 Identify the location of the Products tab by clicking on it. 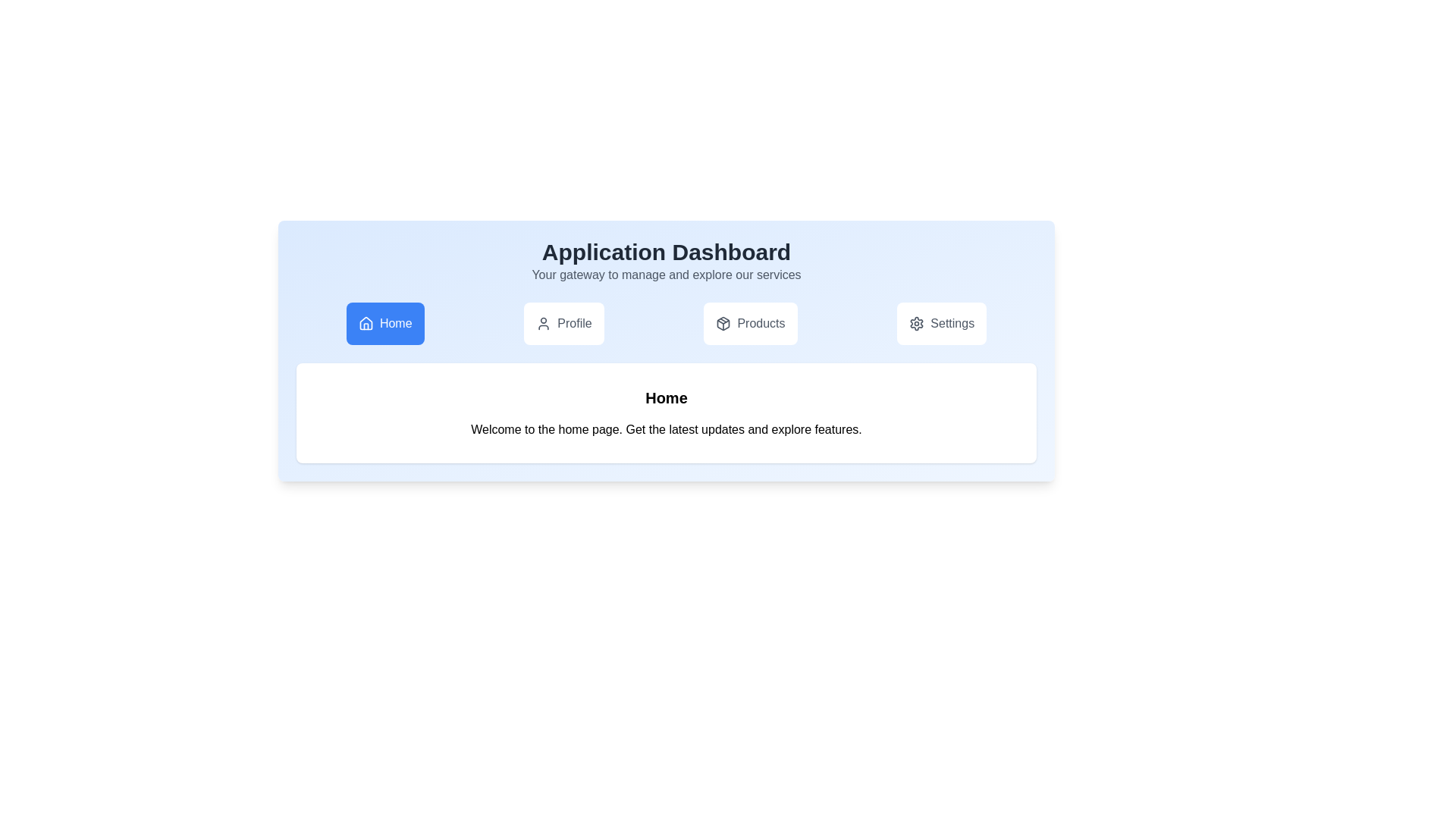
(750, 323).